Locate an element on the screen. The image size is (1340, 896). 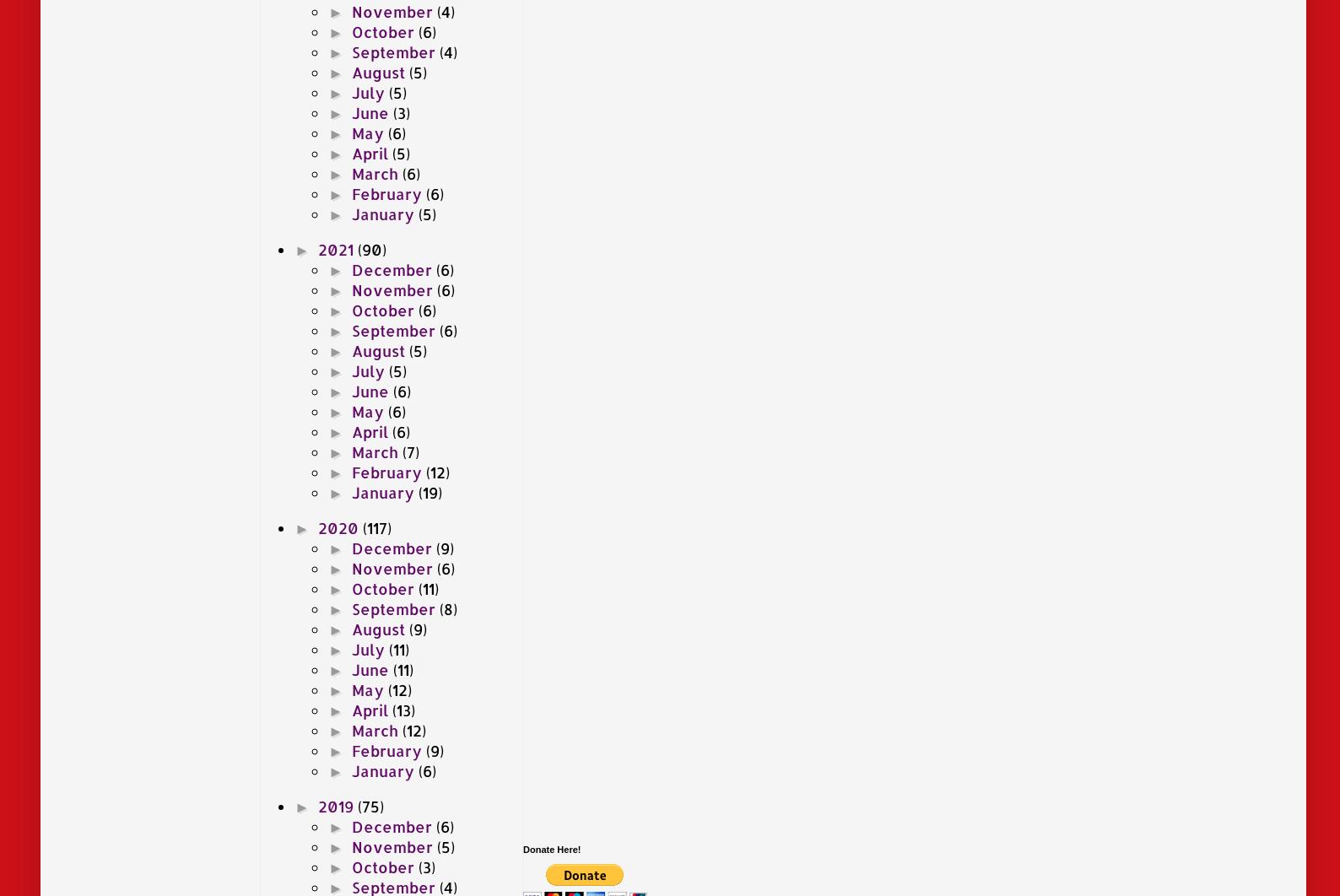
'2020' is located at coordinates (316, 526).